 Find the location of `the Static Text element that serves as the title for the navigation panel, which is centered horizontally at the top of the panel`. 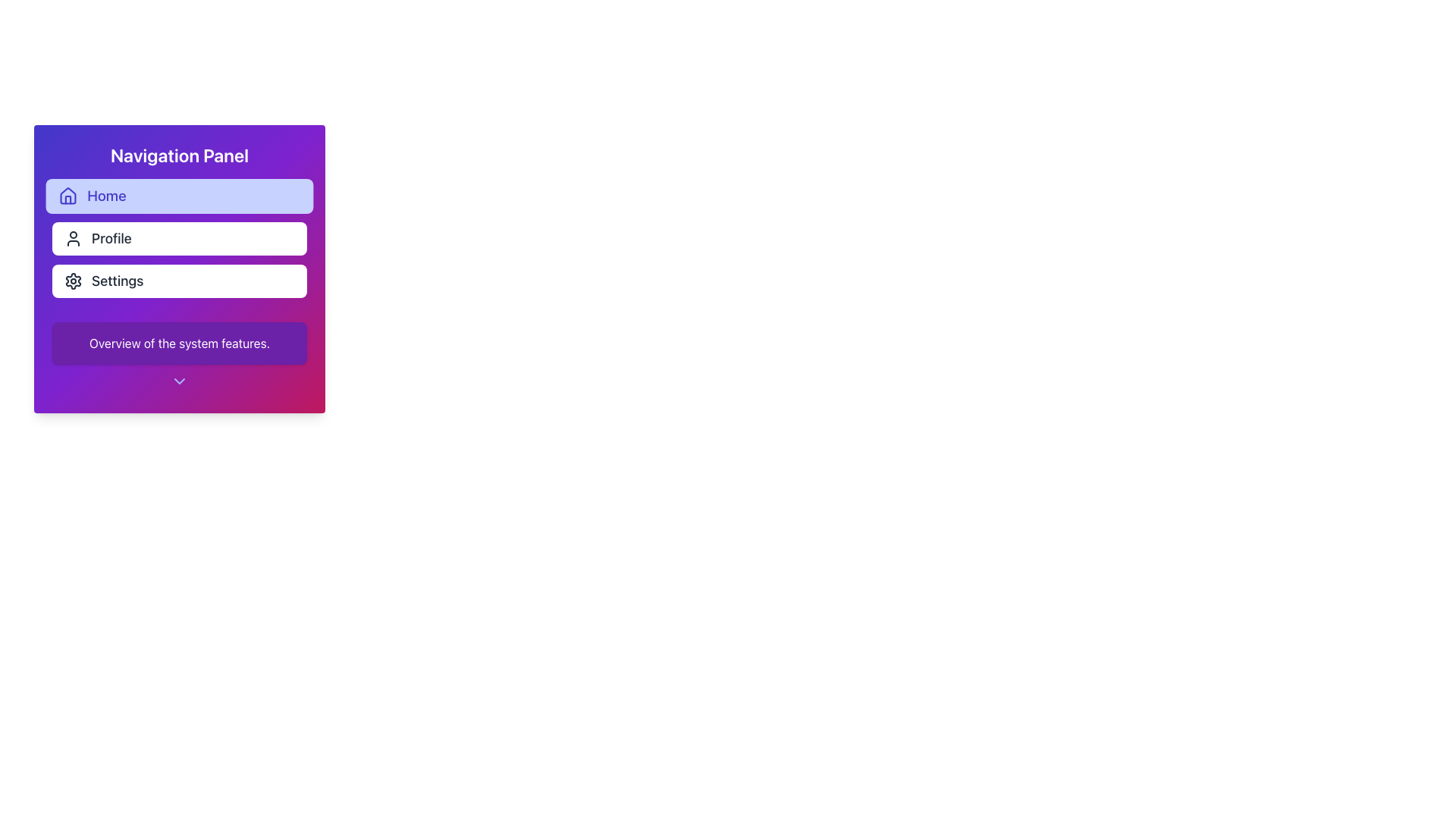

the Static Text element that serves as the title for the navigation panel, which is centered horizontally at the top of the panel is located at coordinates (179, 155).